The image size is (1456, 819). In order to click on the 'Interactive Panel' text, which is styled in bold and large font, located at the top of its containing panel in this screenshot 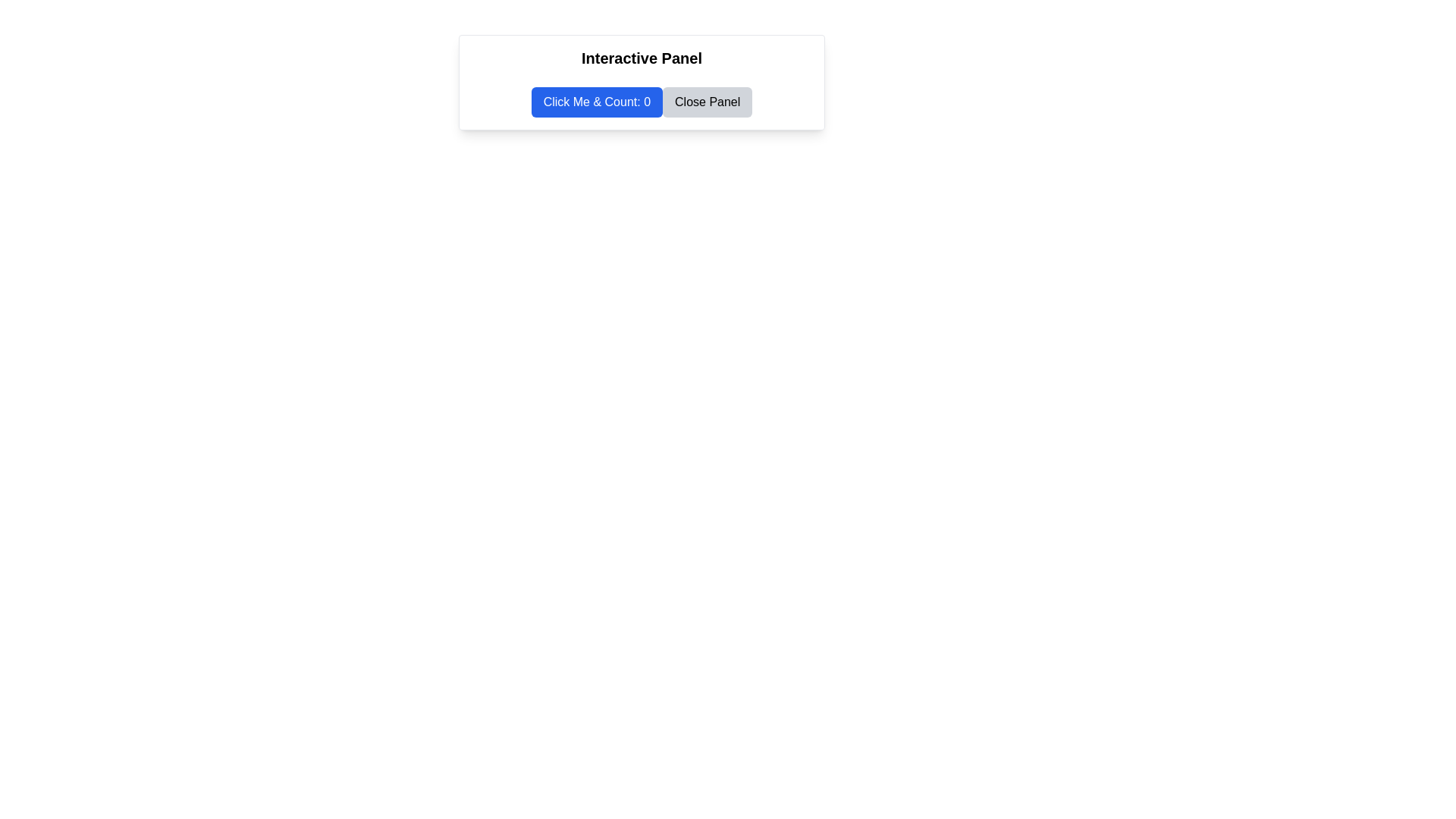, I will do `click(642, 58)`.